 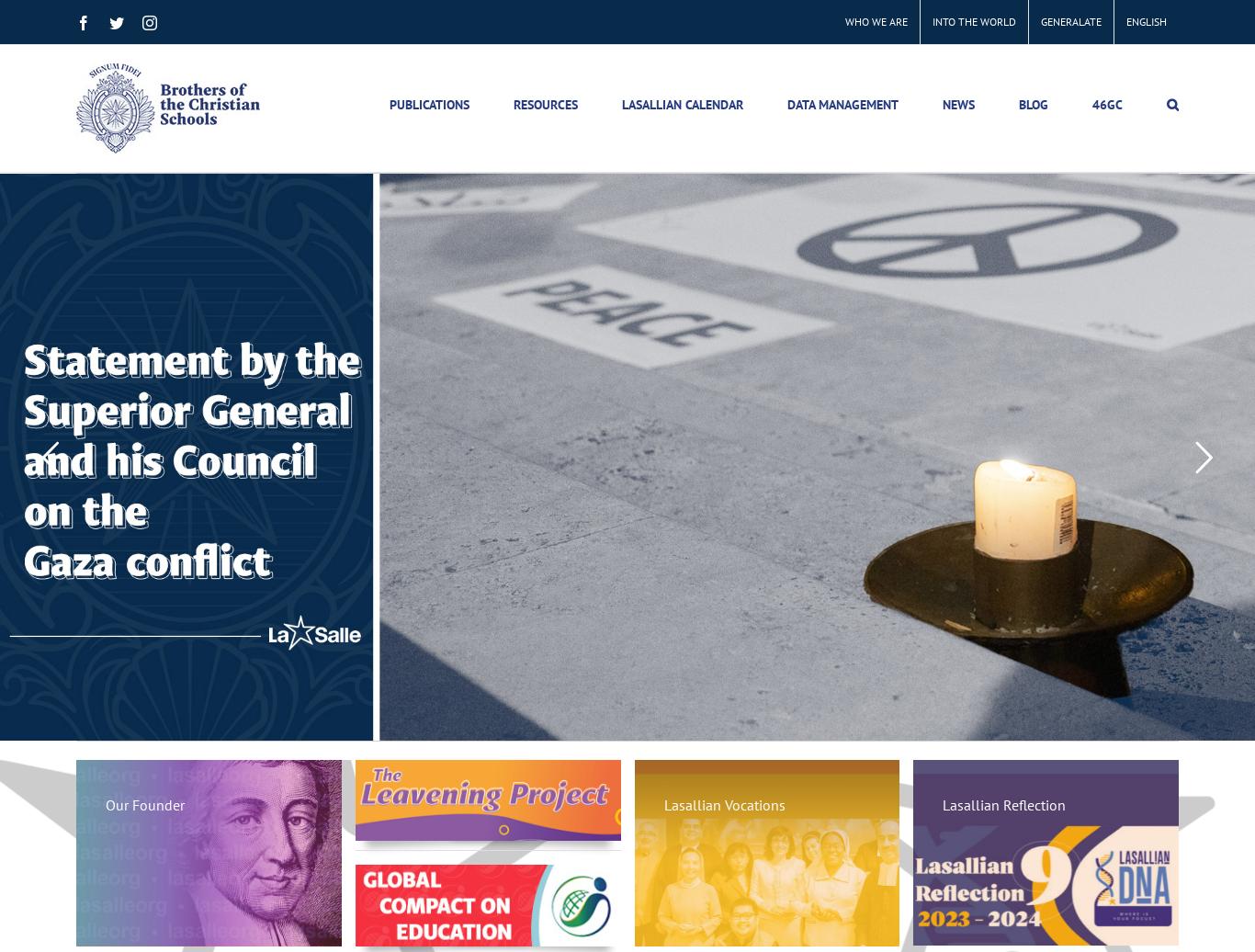 I want to click on '46GC', so click(x=1107, y=104).